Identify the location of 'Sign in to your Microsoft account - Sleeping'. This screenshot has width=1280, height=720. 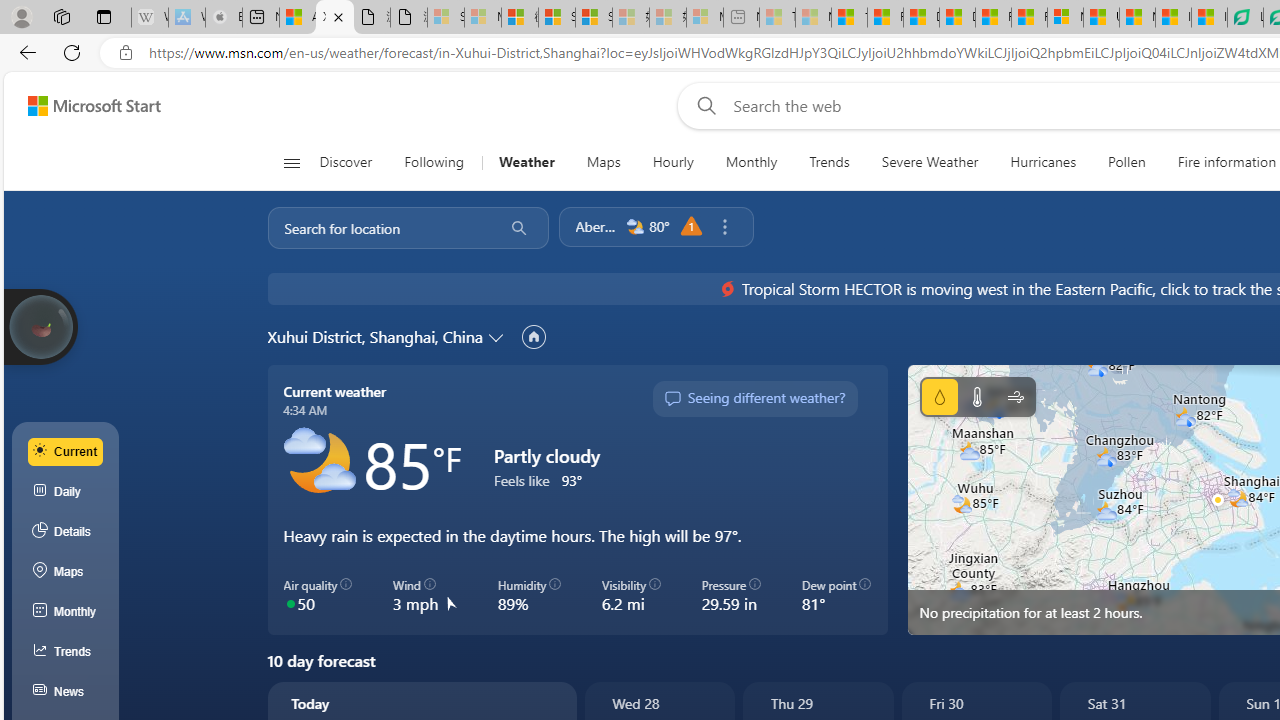
(445, 17).